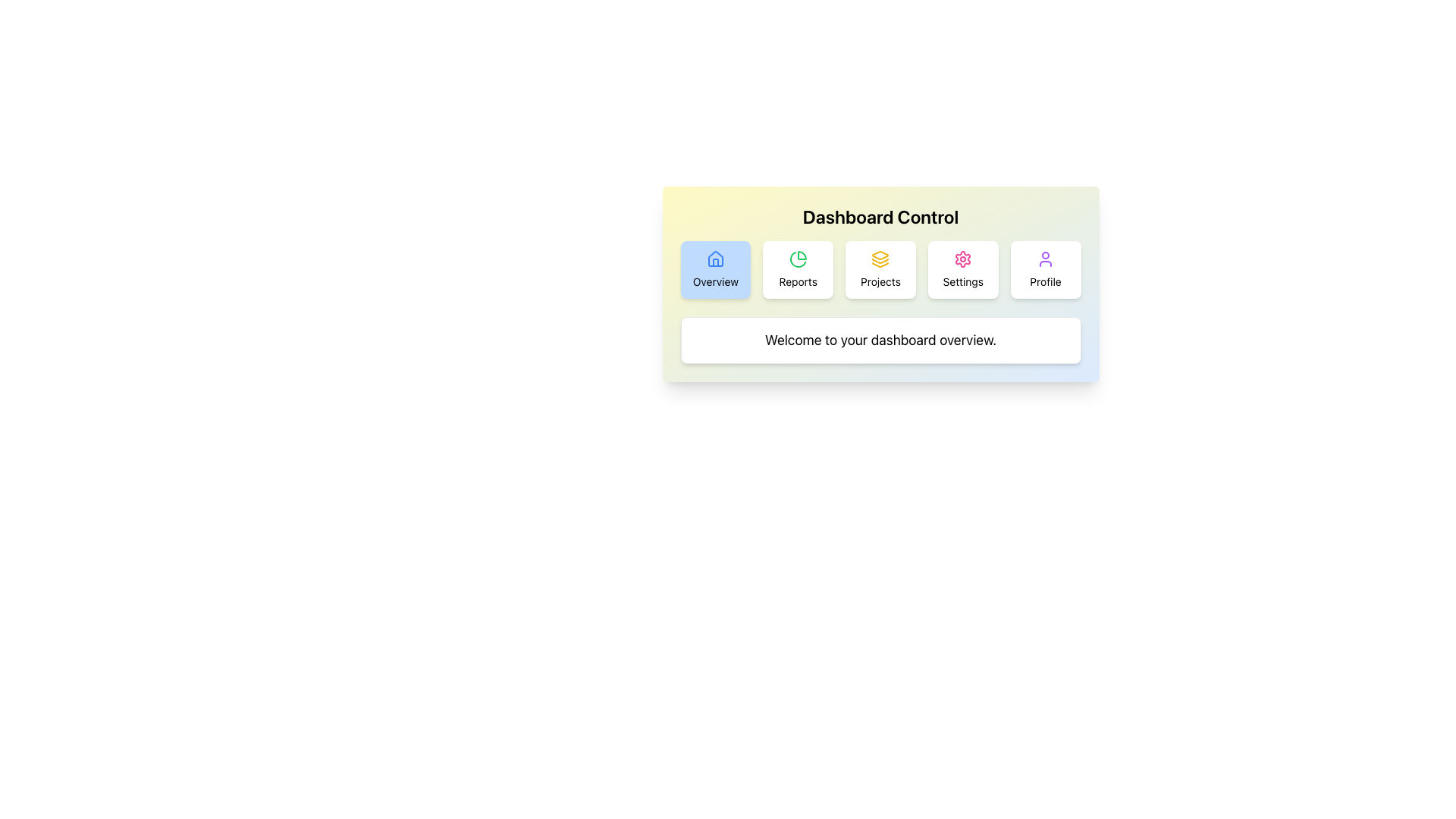  What do you see at coordinates (962, 259) in the screenshot?
I see `the gear icon located centrally within the 'Settings' button on the horizontal navigation bar` at bounding box center [962, 259].